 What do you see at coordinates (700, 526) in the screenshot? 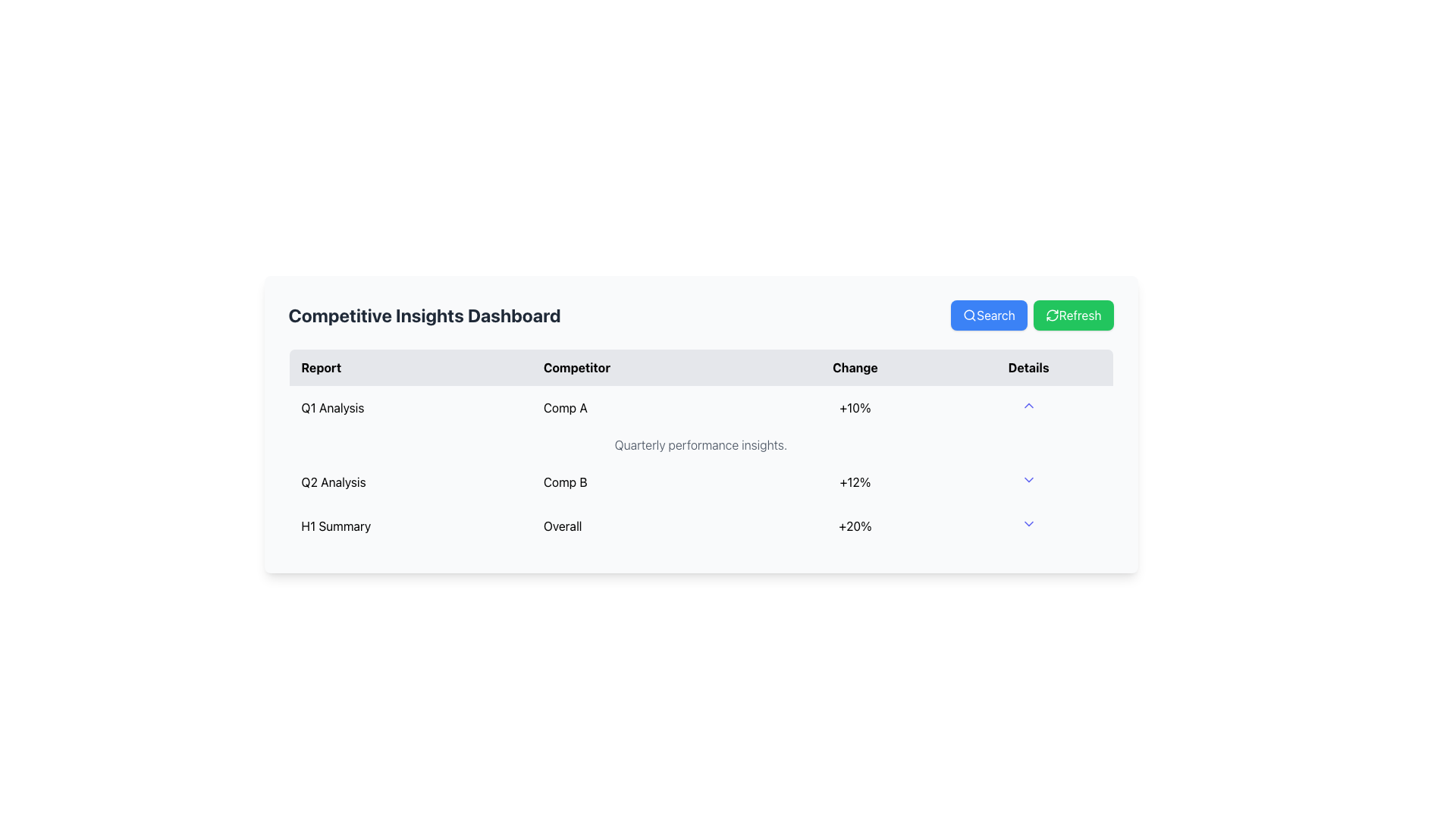
I see `the third row of the table that summarizes data for the first half (H1) of a reporting period, located under the columns 'Report,' 'Competitor,' and 'Change.'` at bounding box center [700, 526].